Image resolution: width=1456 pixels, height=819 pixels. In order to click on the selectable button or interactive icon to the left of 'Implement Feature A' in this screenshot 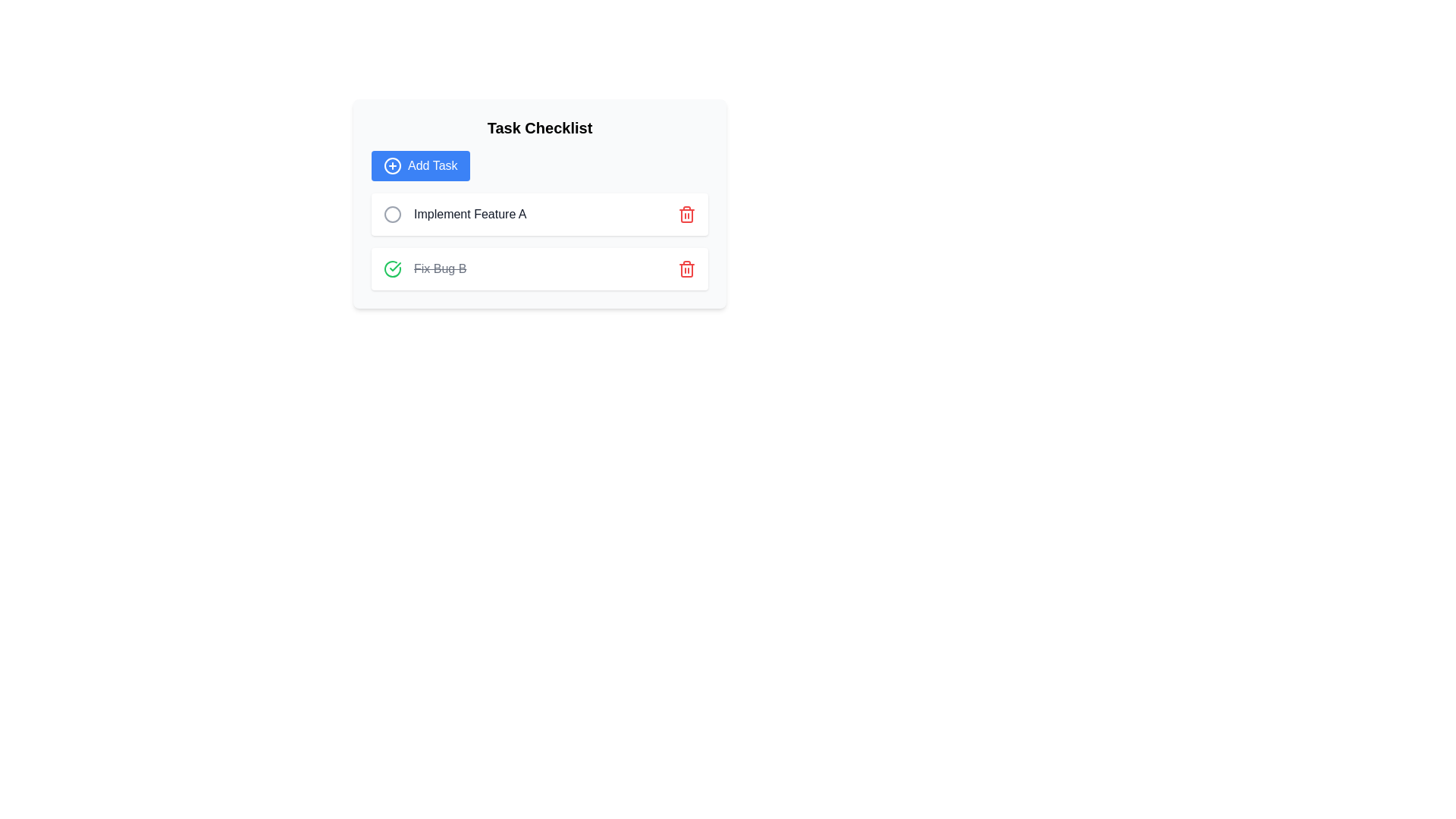, I will do `click(393, 214)`.